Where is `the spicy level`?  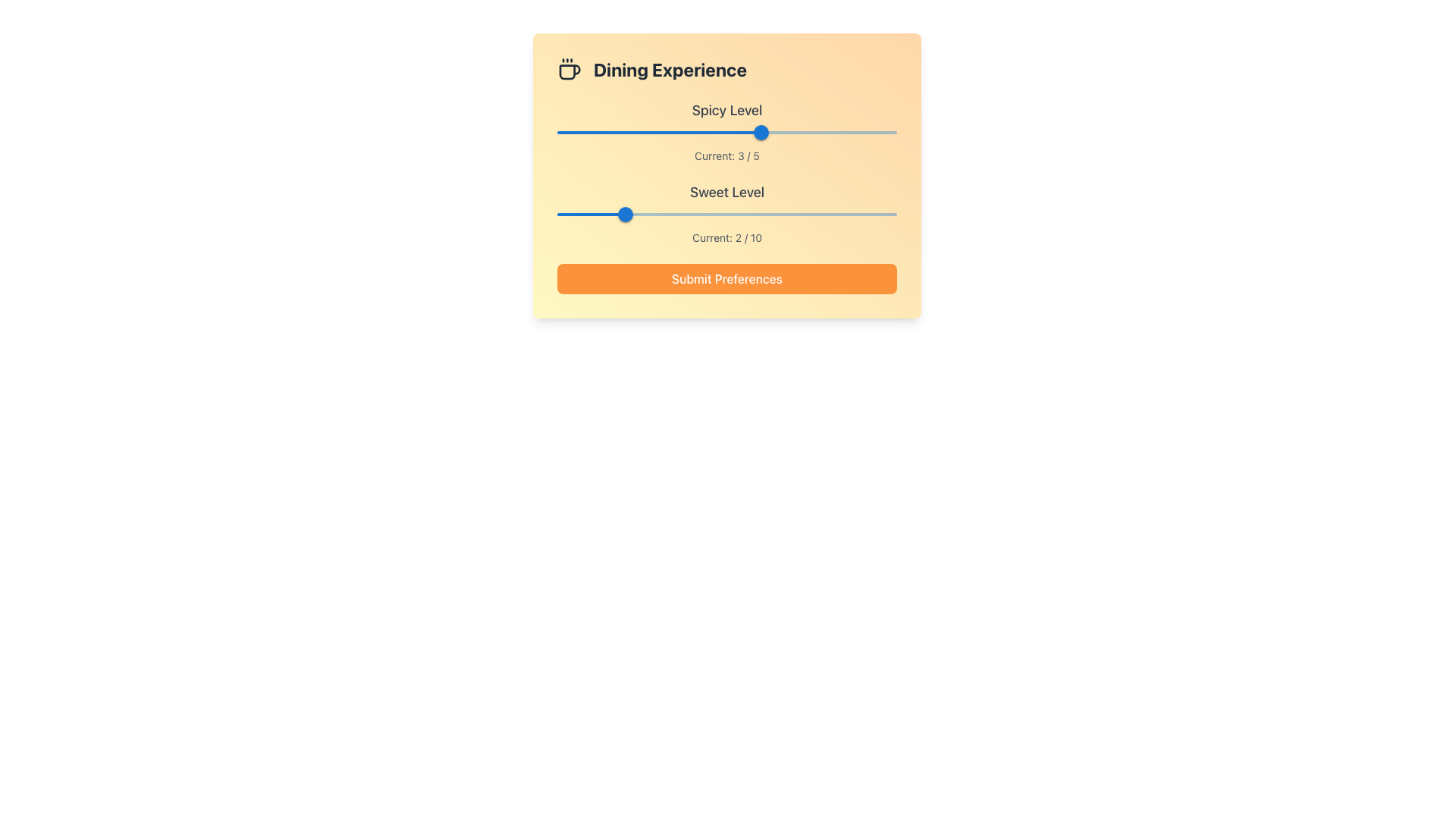 the spicy level is located at coordinates (811, 131).